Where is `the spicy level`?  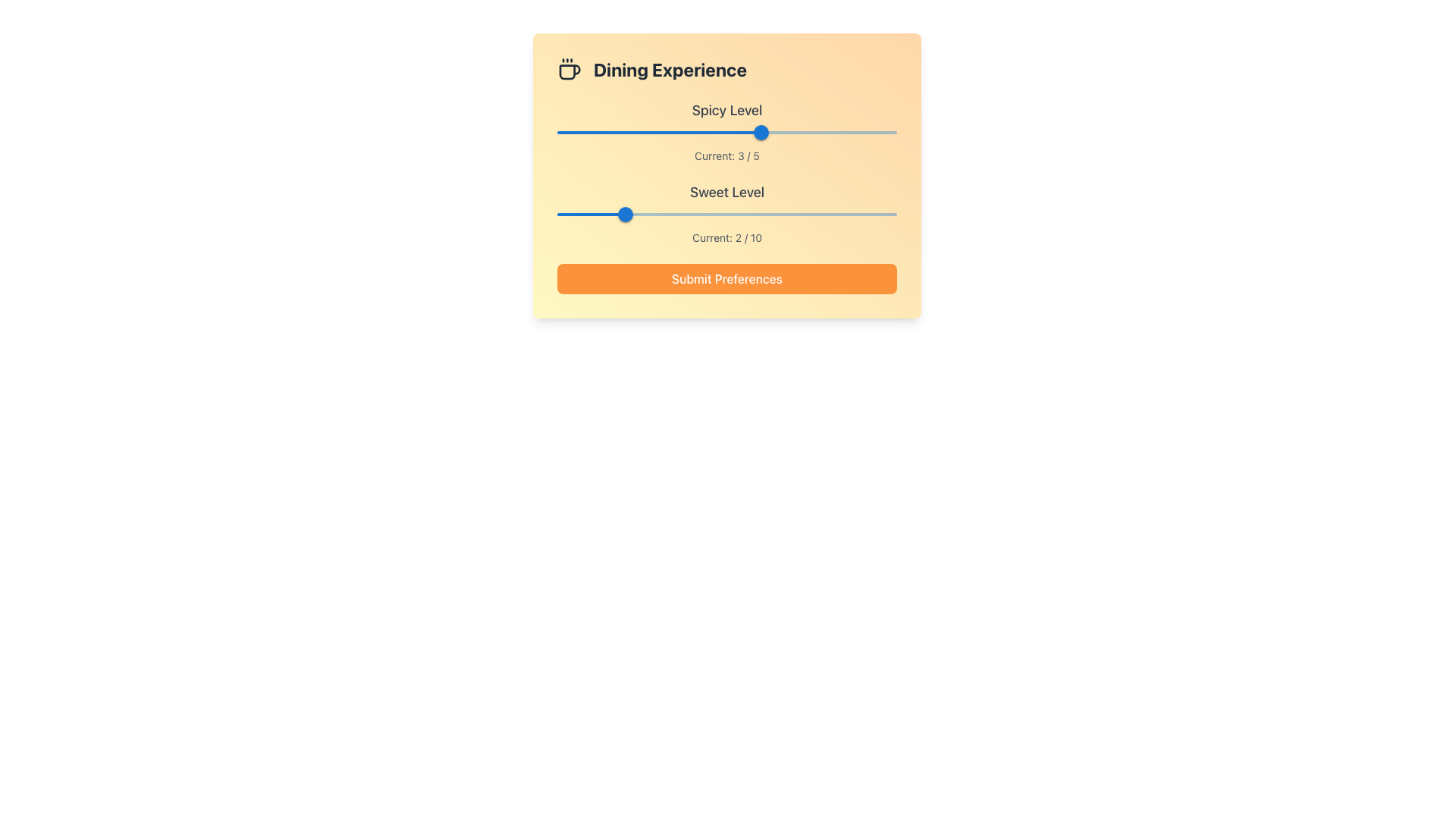 the spicy level is located at coordinates (811, 131).